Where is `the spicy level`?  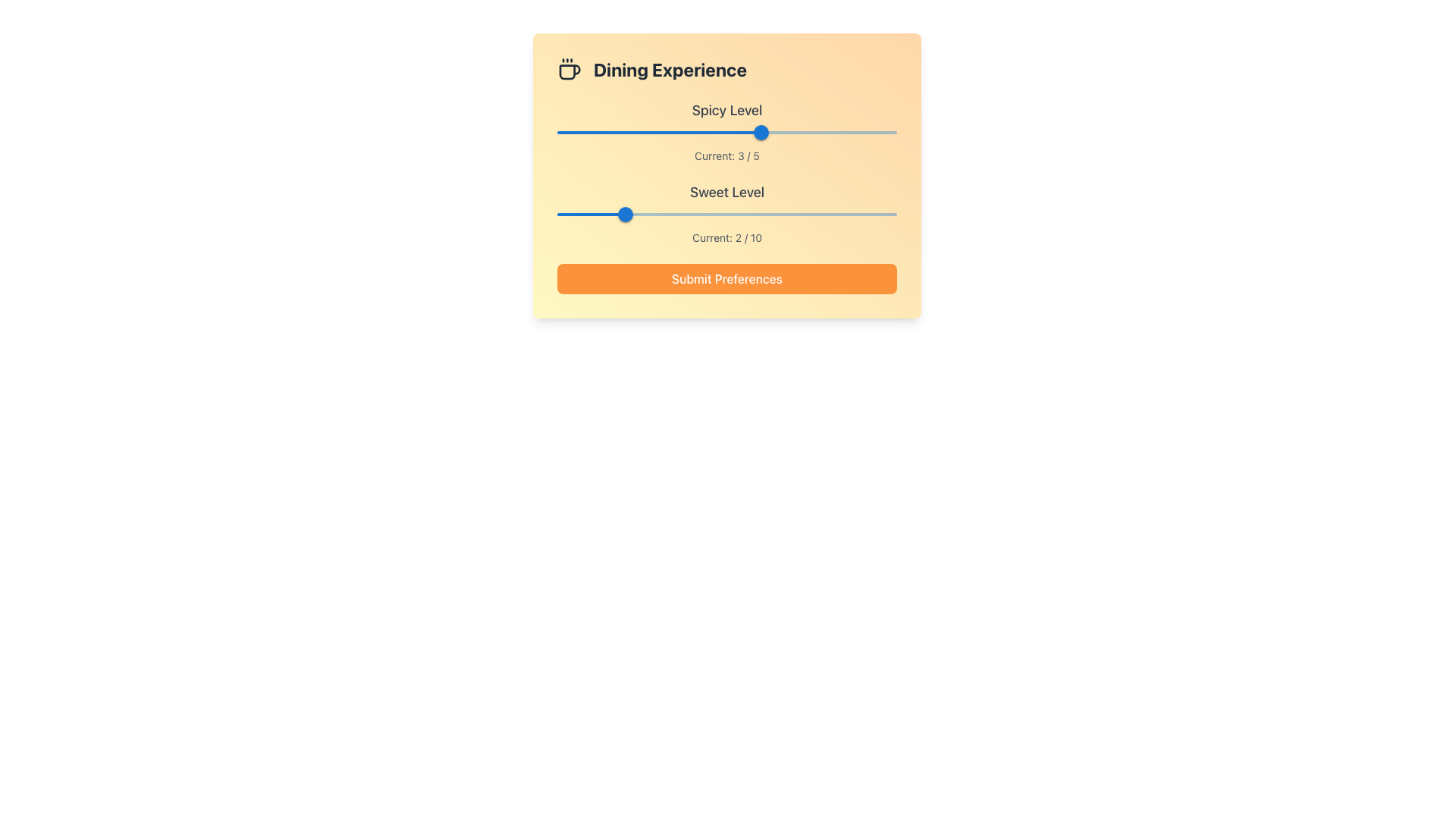 the spicy level is located at coordinates (811, 131).